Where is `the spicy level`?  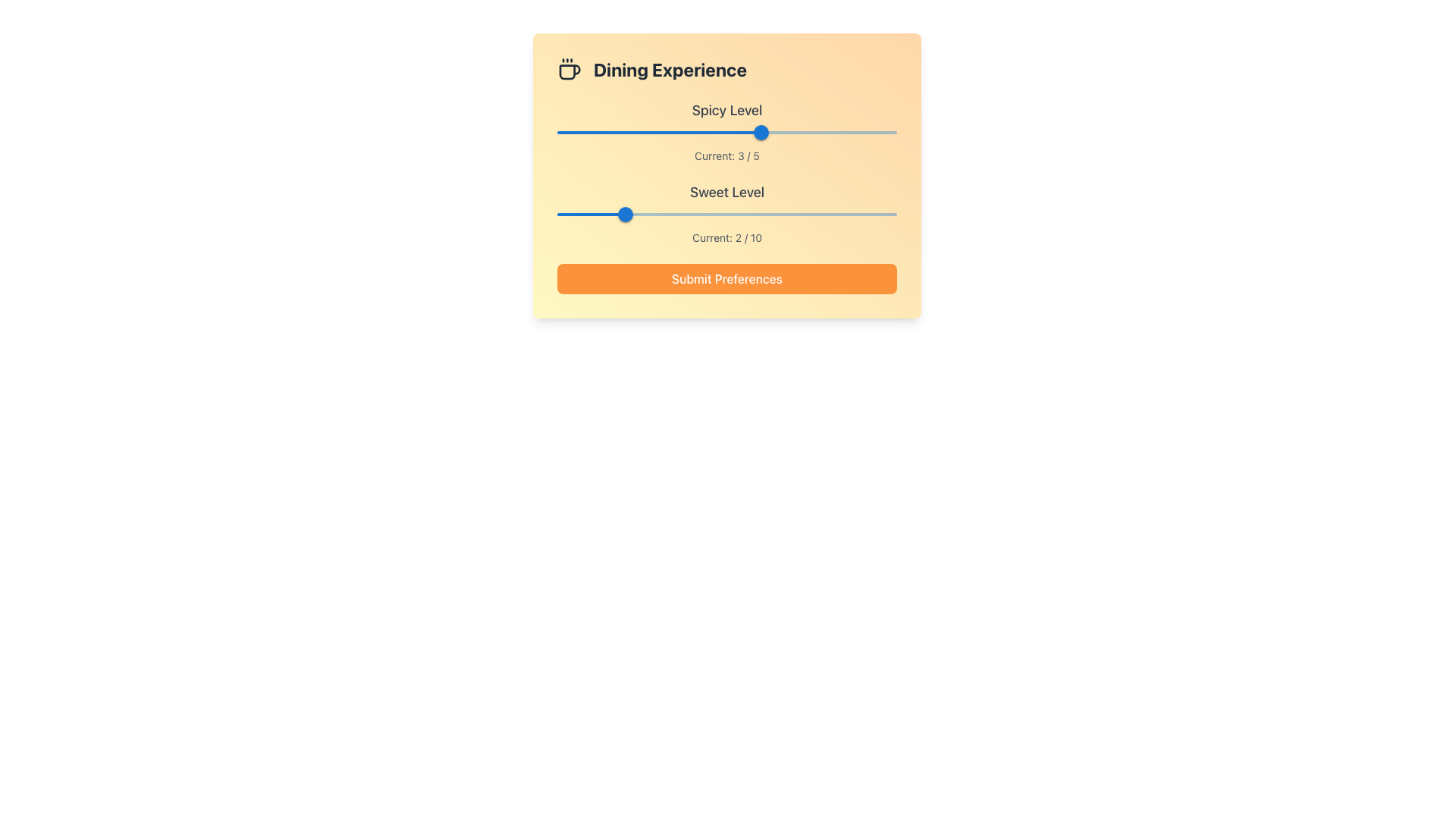 the spicy level is located at coordinates (811, 131).